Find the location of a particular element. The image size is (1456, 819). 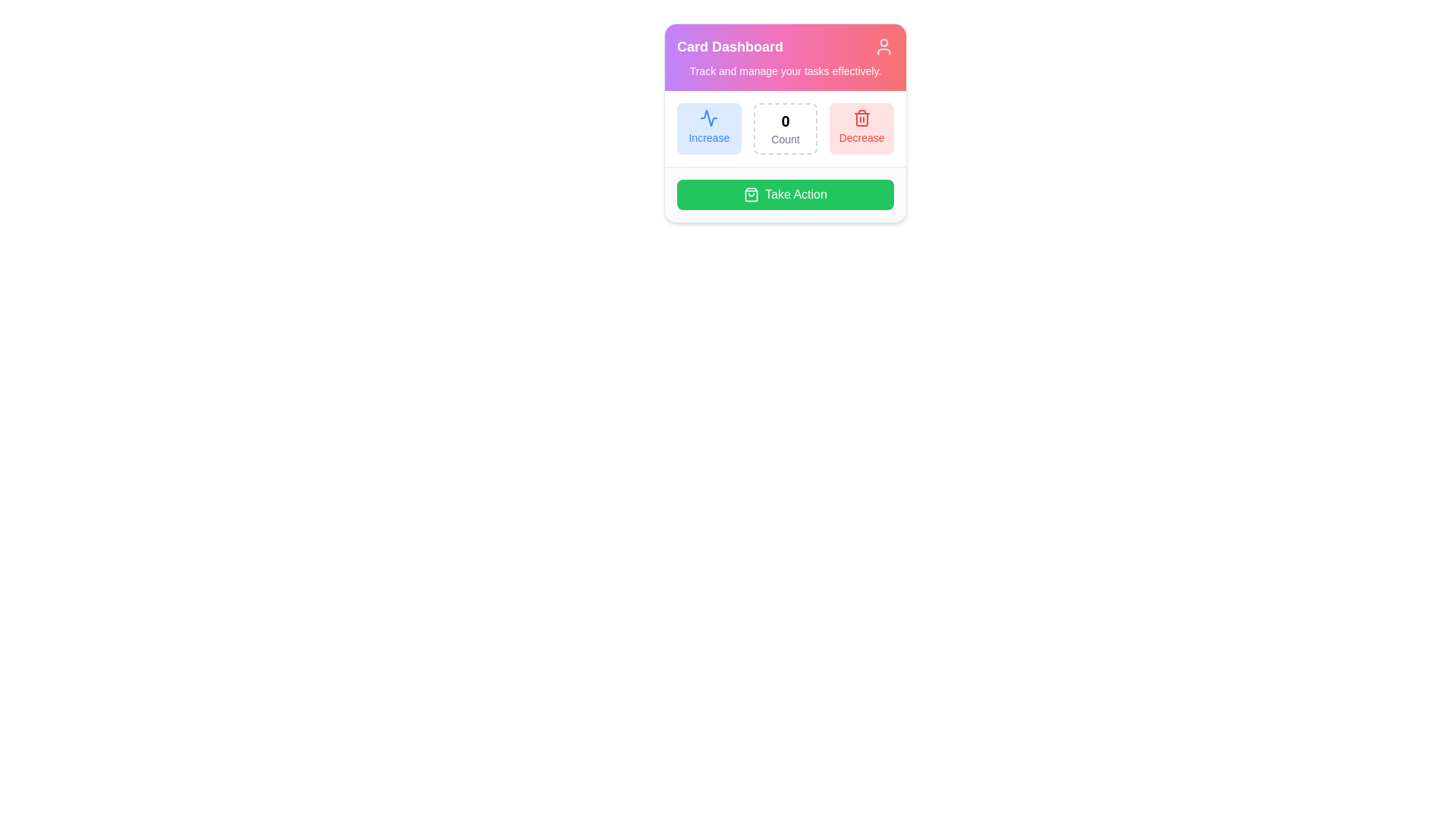

the 'Increase' button located in the top row of action buttons on the card dashboard is located at coordinates (708, 127).